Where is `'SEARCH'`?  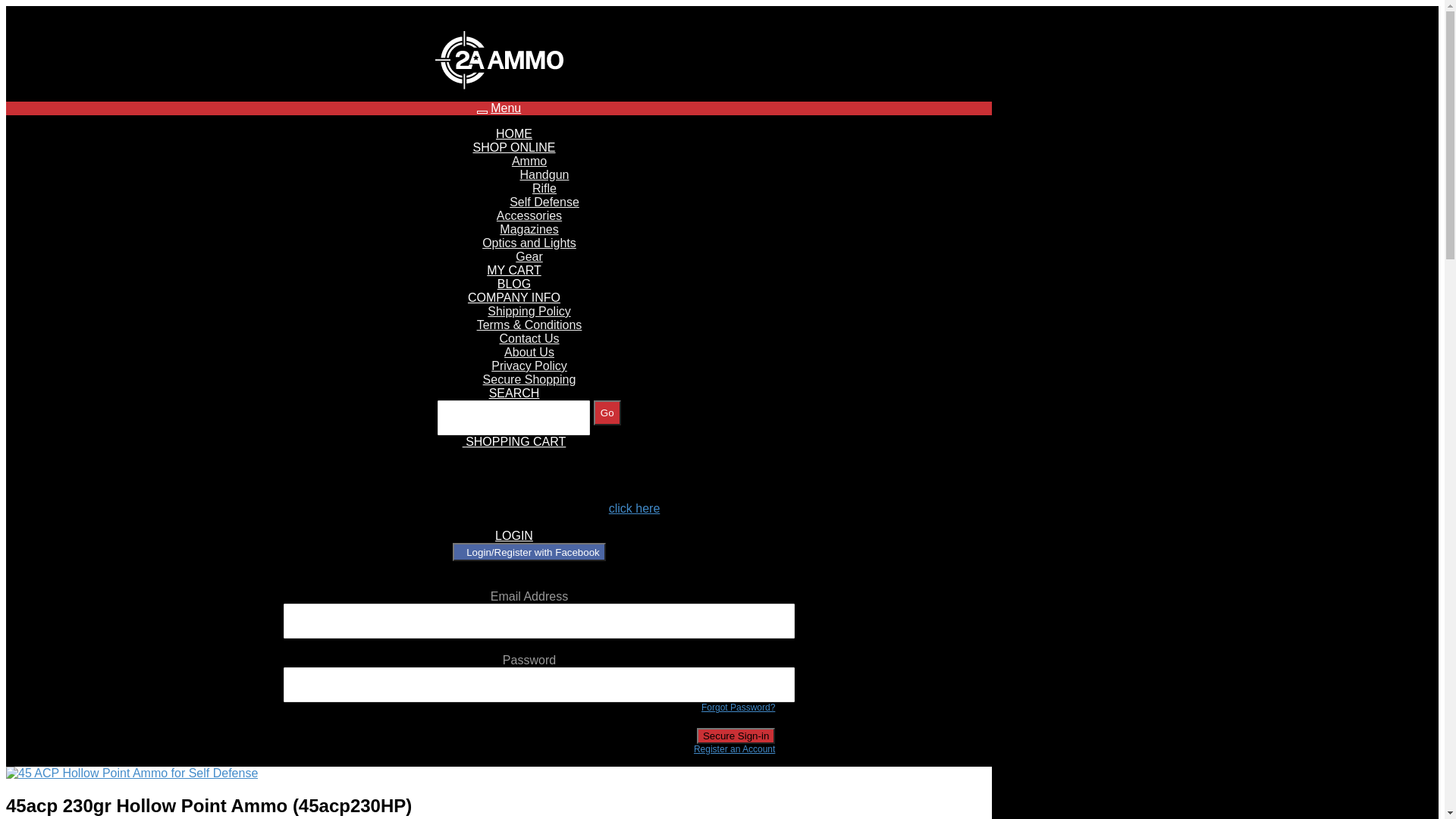
'SEARCH' is located at coordinates (514, 392).